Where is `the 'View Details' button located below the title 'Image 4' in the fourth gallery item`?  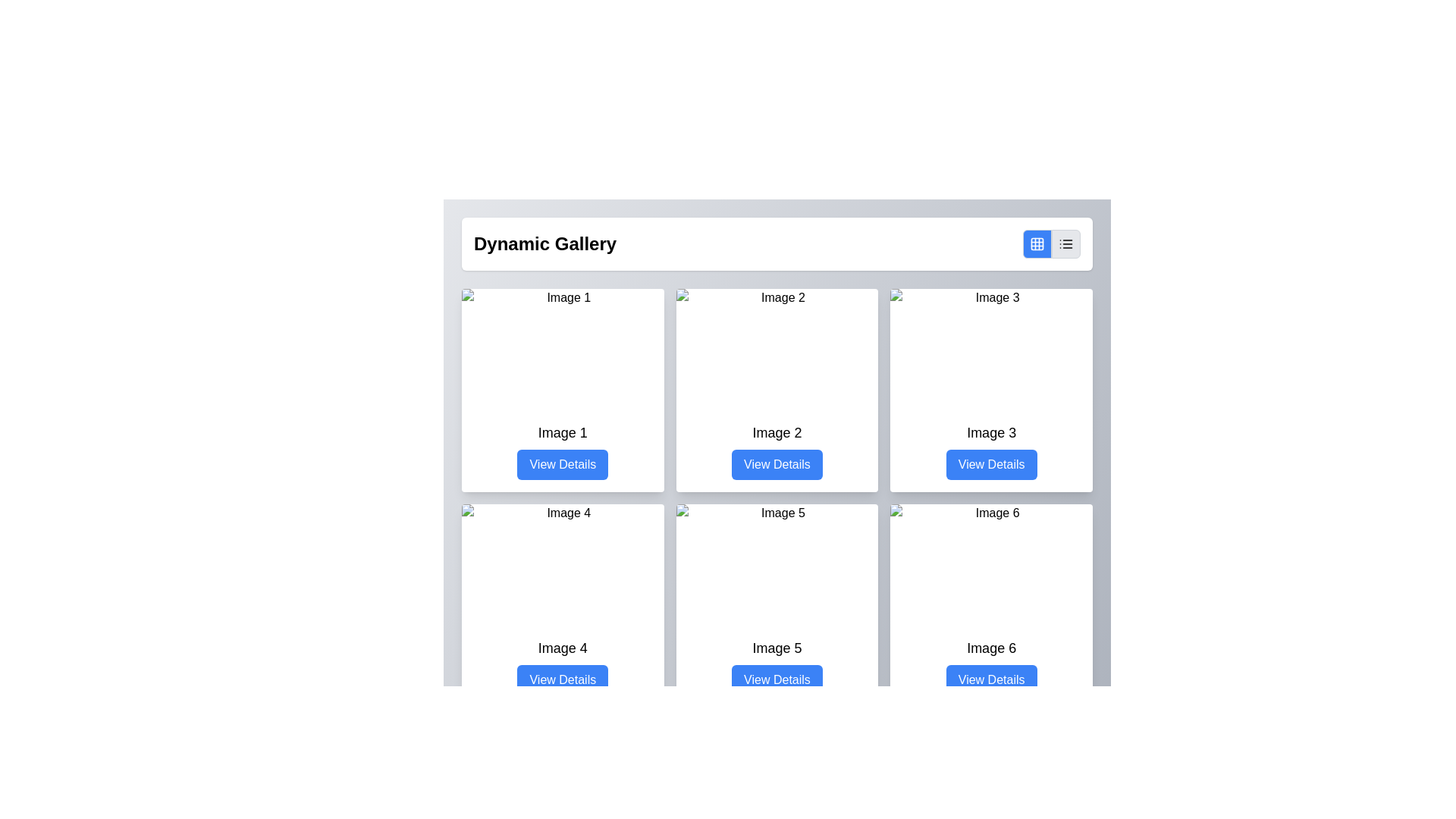 the 'View Details' button located below the title 'Image 4' in the fourth gallery item is located at coordinates (562, 666).